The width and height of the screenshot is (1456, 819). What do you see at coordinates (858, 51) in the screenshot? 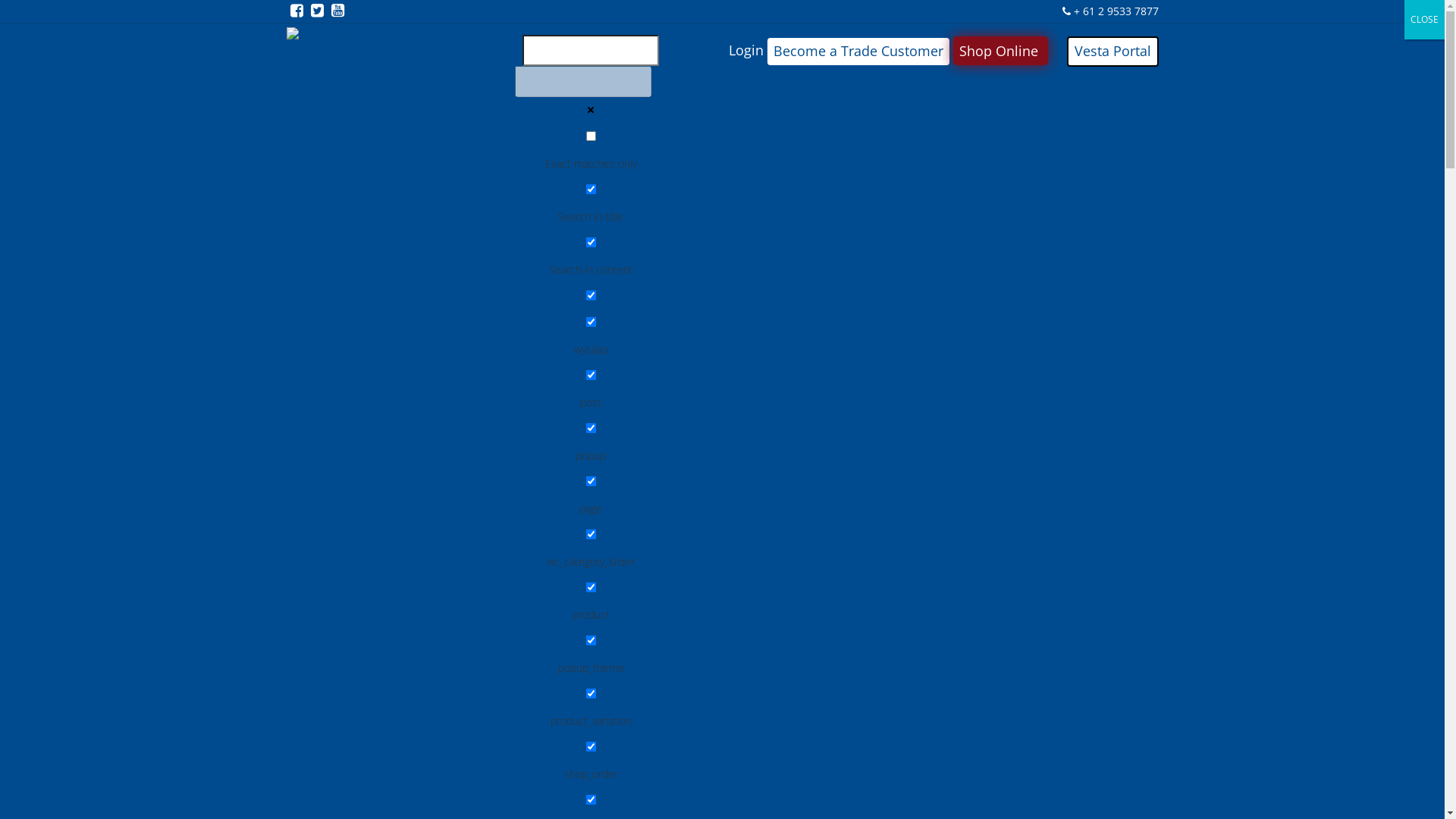
I see `'Become a Trade Customer'` at bounding box center [858, 51].